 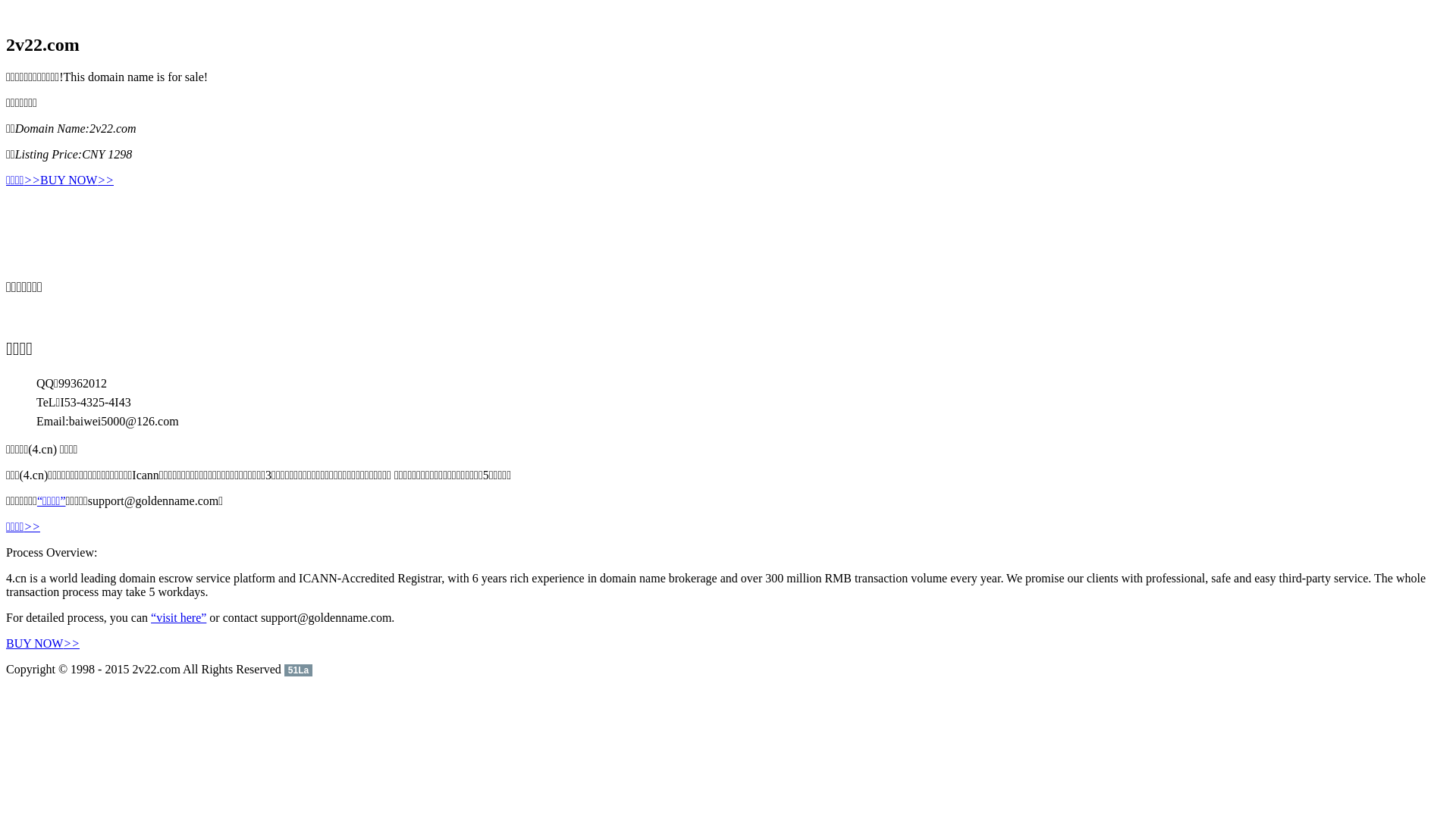 I want to click on 'BUY NOW>>', so click(x=76, y=180).